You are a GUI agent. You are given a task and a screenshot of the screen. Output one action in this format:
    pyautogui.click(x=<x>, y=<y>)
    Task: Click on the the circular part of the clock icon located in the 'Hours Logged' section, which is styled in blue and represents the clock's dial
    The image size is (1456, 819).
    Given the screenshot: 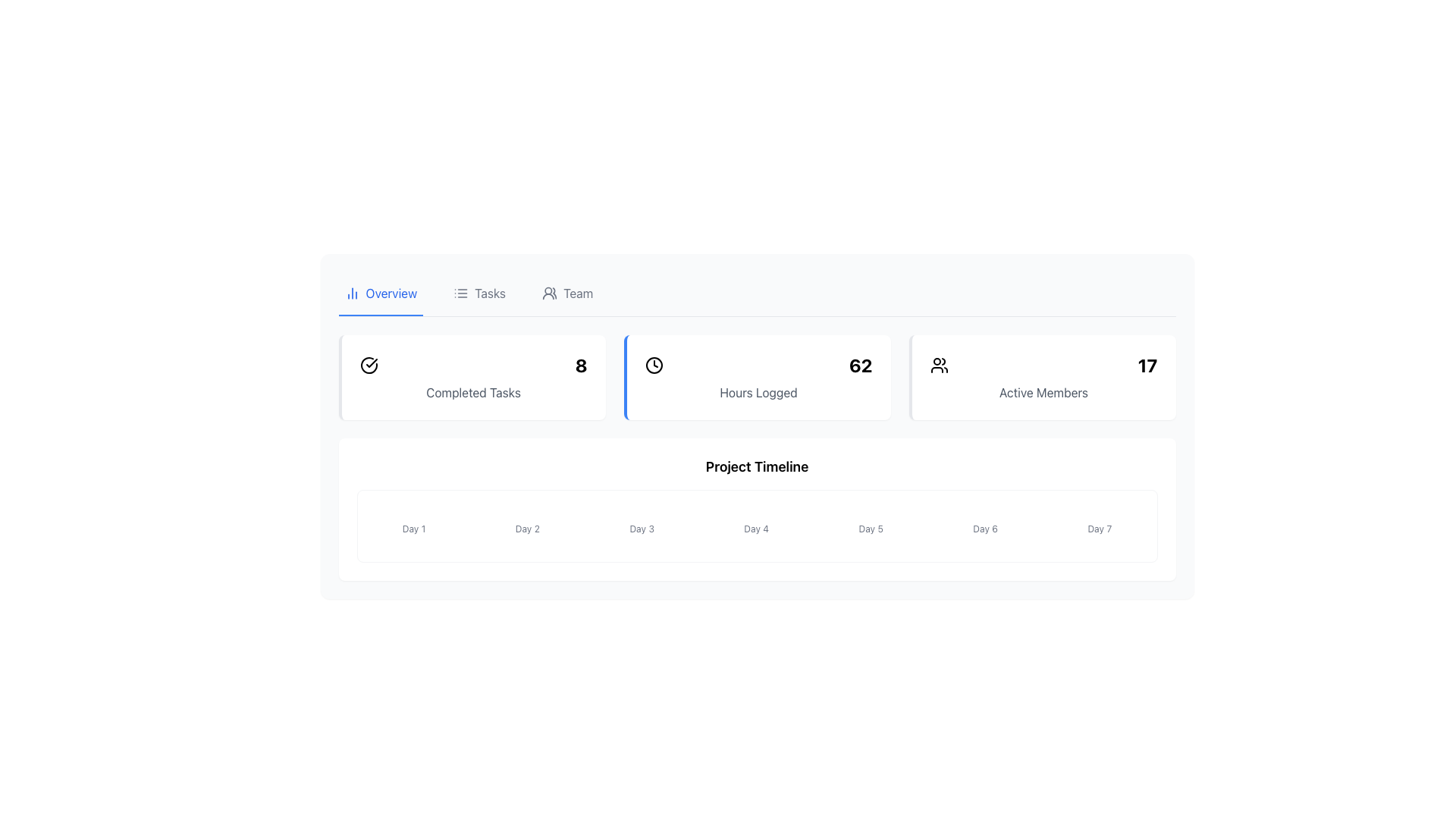 What is the action you would take?
    pyautogui.click(x=654, y=366)
    